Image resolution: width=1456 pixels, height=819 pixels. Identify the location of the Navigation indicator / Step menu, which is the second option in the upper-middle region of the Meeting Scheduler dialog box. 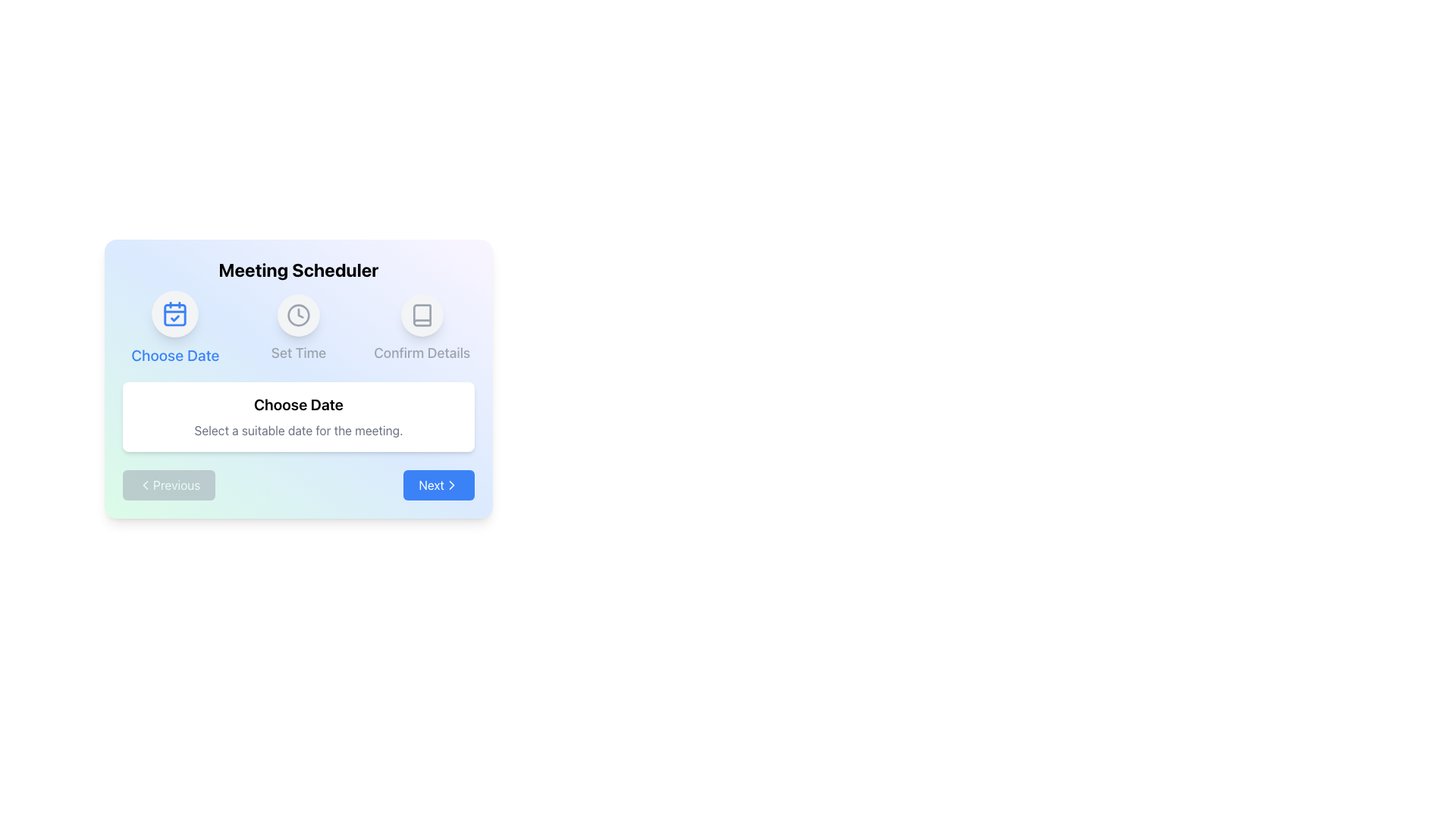
(298, 328).